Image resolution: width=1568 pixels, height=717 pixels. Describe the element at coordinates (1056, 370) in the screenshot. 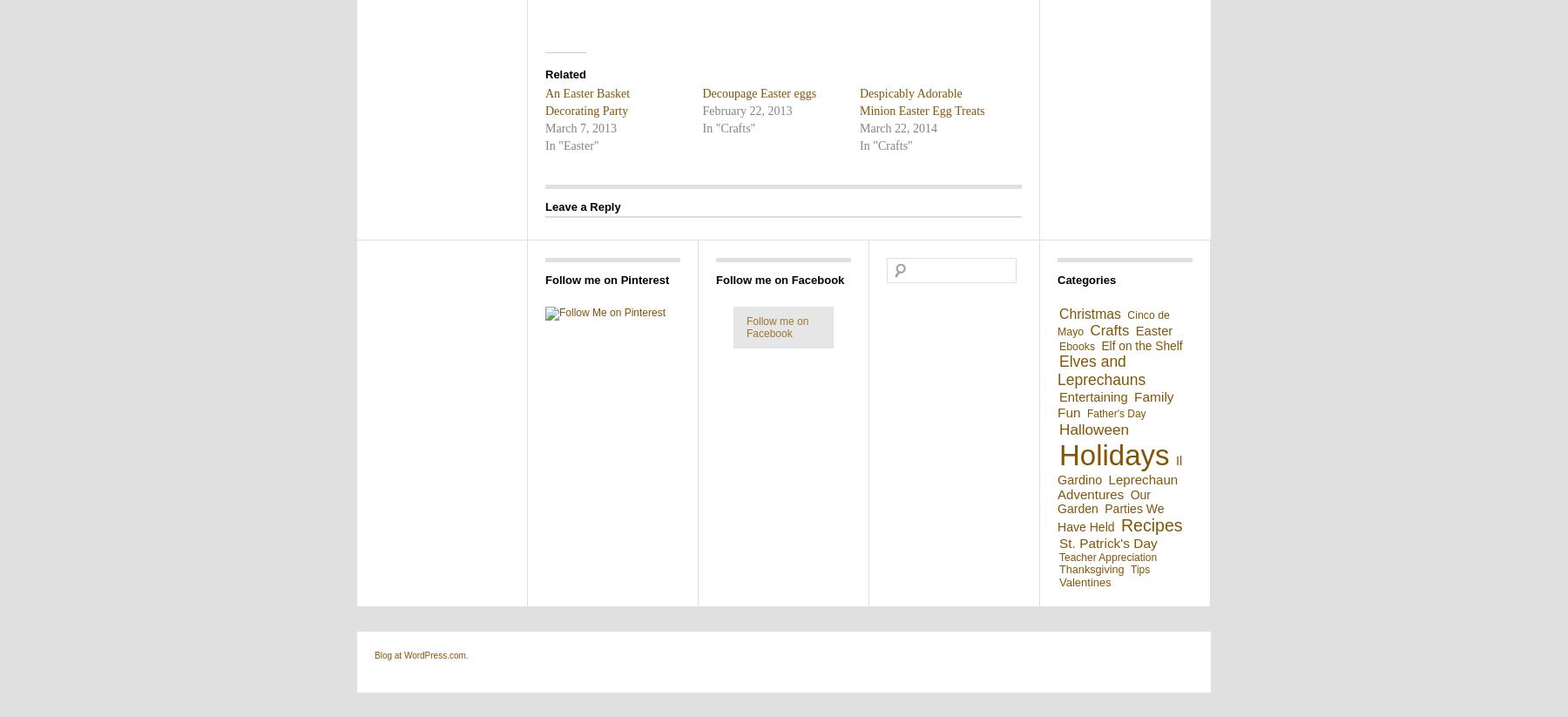

I see `'Elves and Leprechauns'` at that location.